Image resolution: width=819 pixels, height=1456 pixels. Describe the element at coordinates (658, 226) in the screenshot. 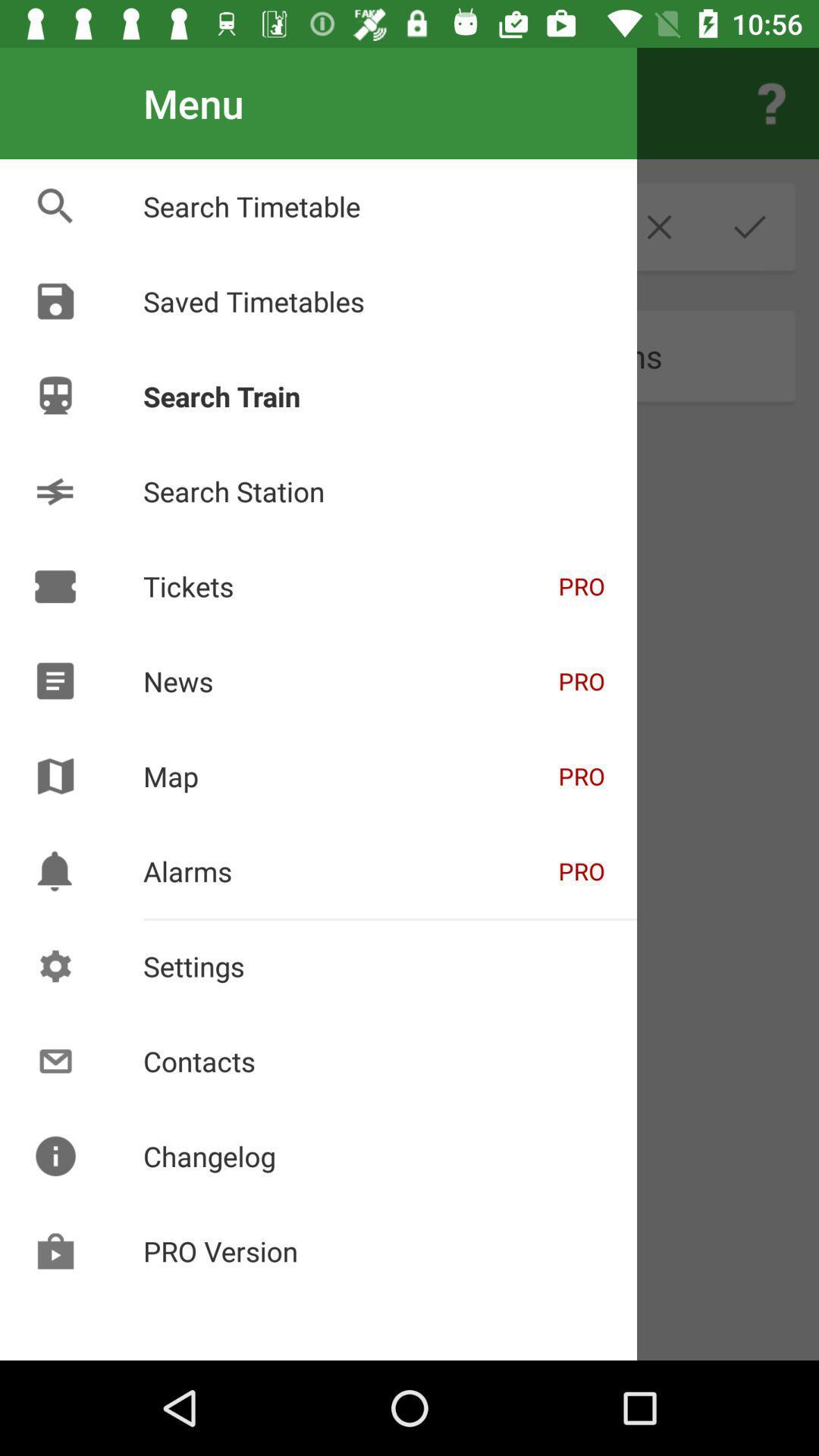

I see `the close icon` at that location.